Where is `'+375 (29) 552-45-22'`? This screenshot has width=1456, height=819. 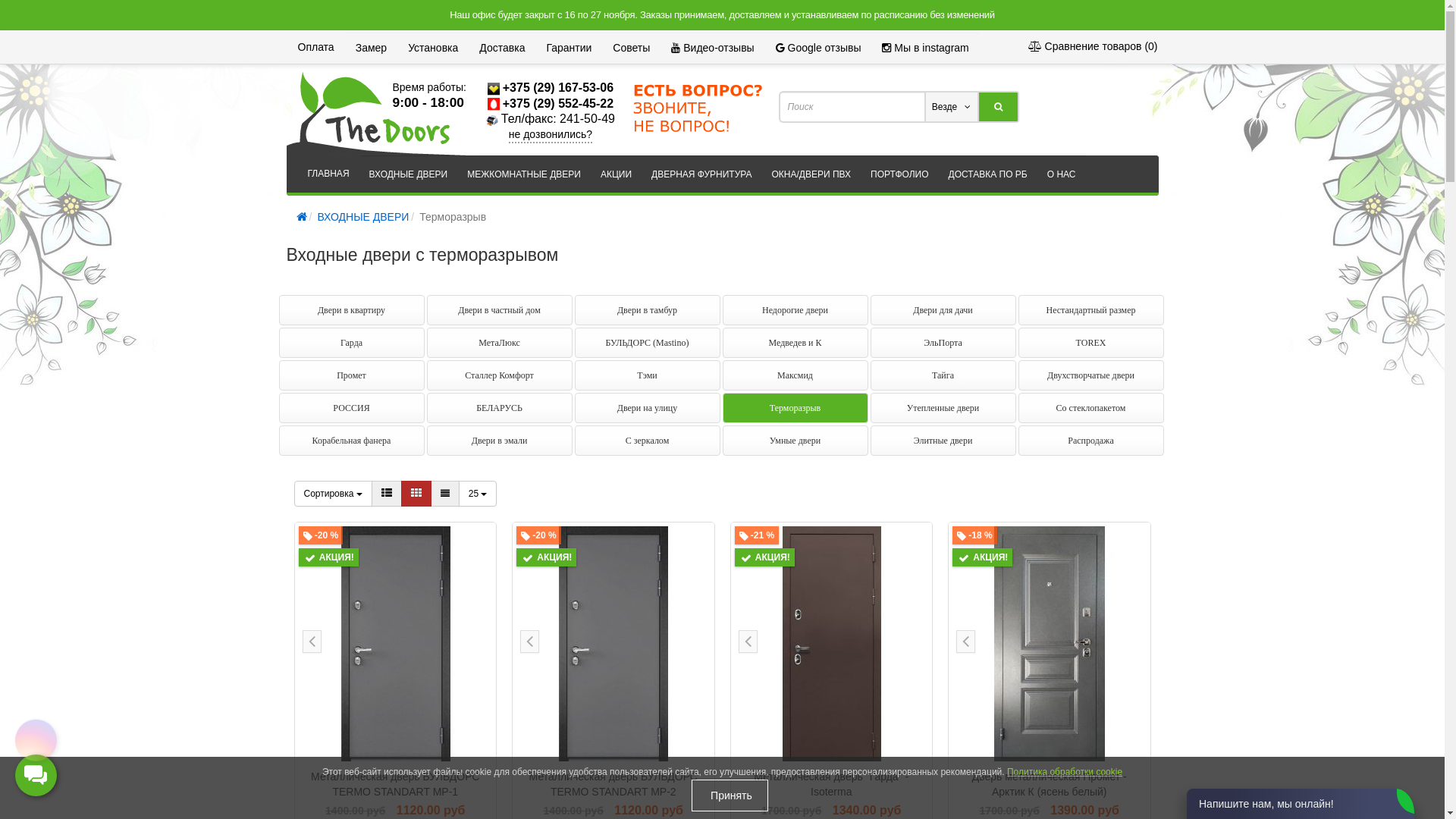 '+375 (29) 552-45-22' is located at coordinates (557, 102).